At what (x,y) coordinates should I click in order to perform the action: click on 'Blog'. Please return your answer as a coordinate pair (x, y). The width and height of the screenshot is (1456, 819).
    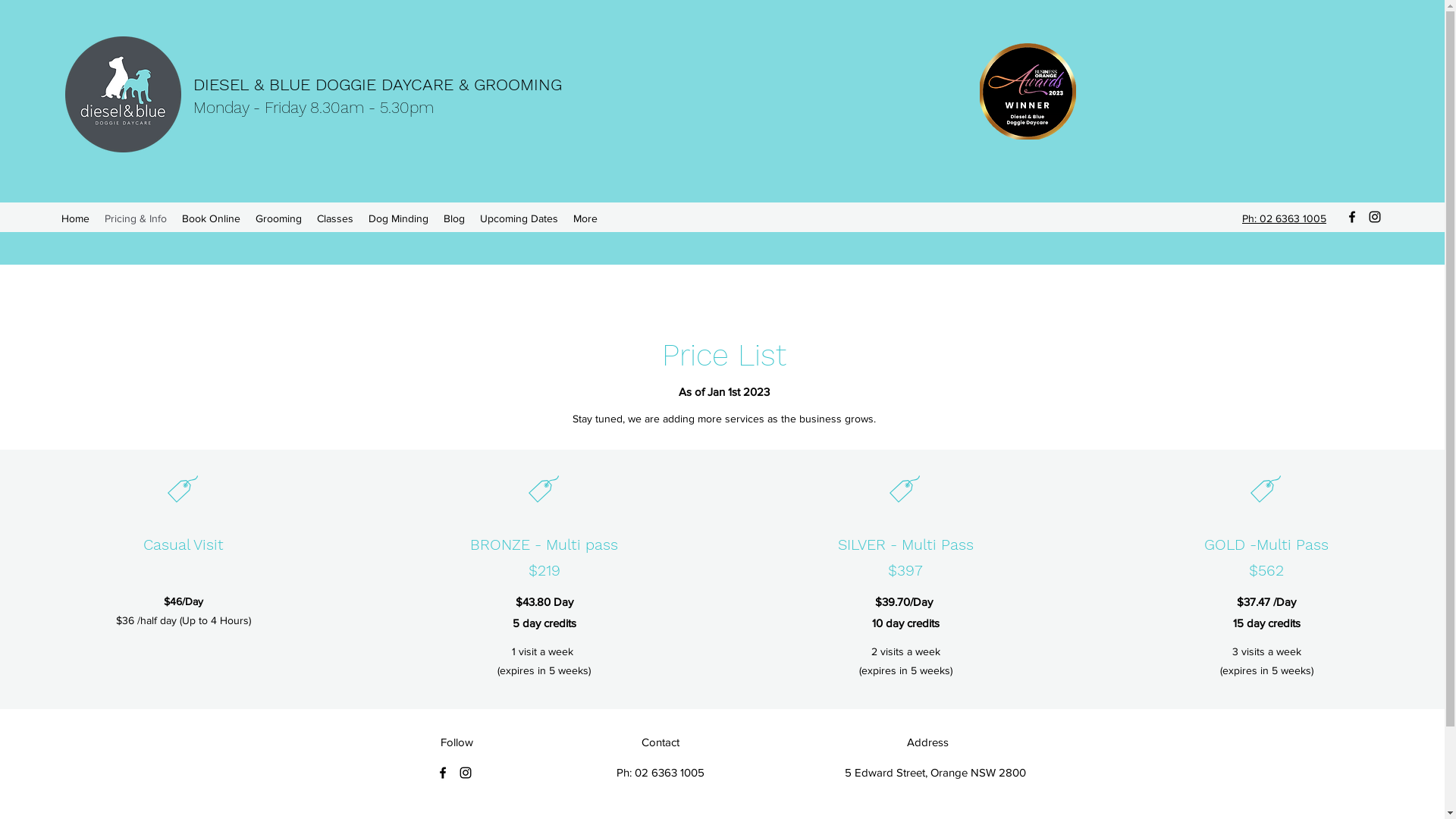
    Looking at the image, I should click on (453, 218).